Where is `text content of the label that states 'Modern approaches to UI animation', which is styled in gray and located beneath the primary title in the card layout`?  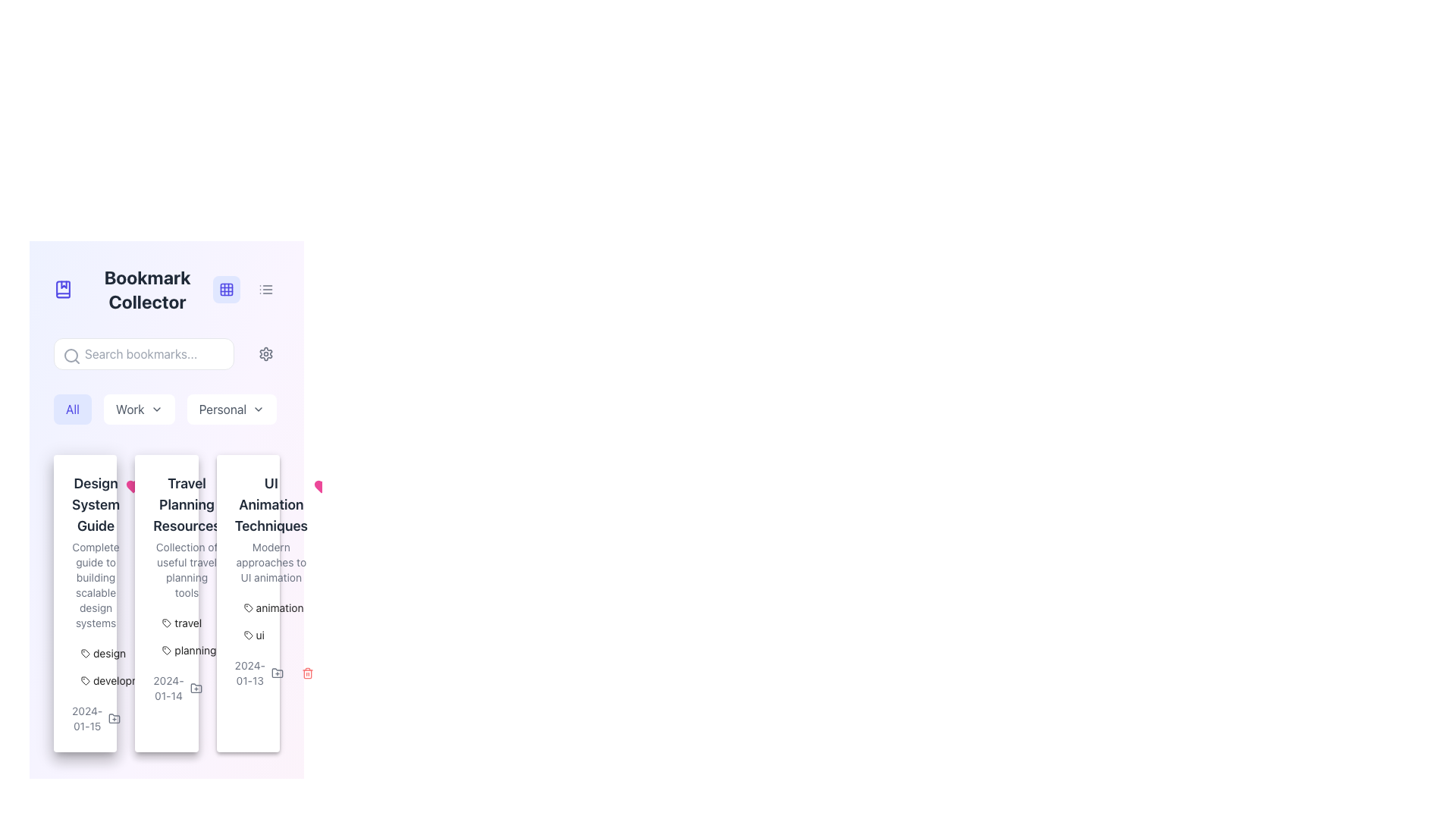
text content of the label that states 'Modern approaches to UI animation', which is styled in gray and located beneath the primary title in the card layout is located at coordinates (271, 562).